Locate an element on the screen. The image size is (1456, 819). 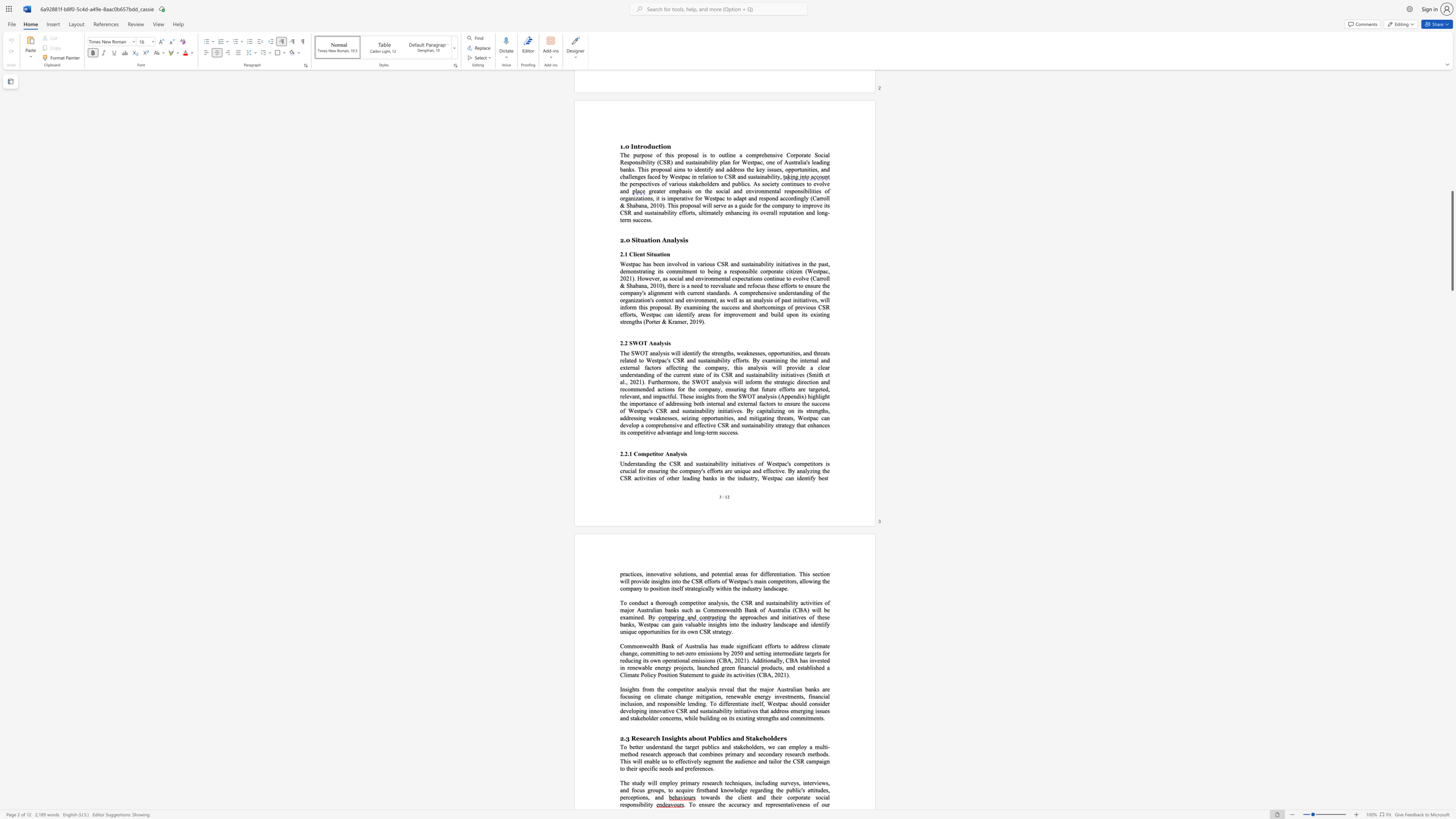
the subset text "about Publics and Stakehold" within the text "2.3 Research Insights about Publics and Stakeholders" is located at coordinates (688, 738).